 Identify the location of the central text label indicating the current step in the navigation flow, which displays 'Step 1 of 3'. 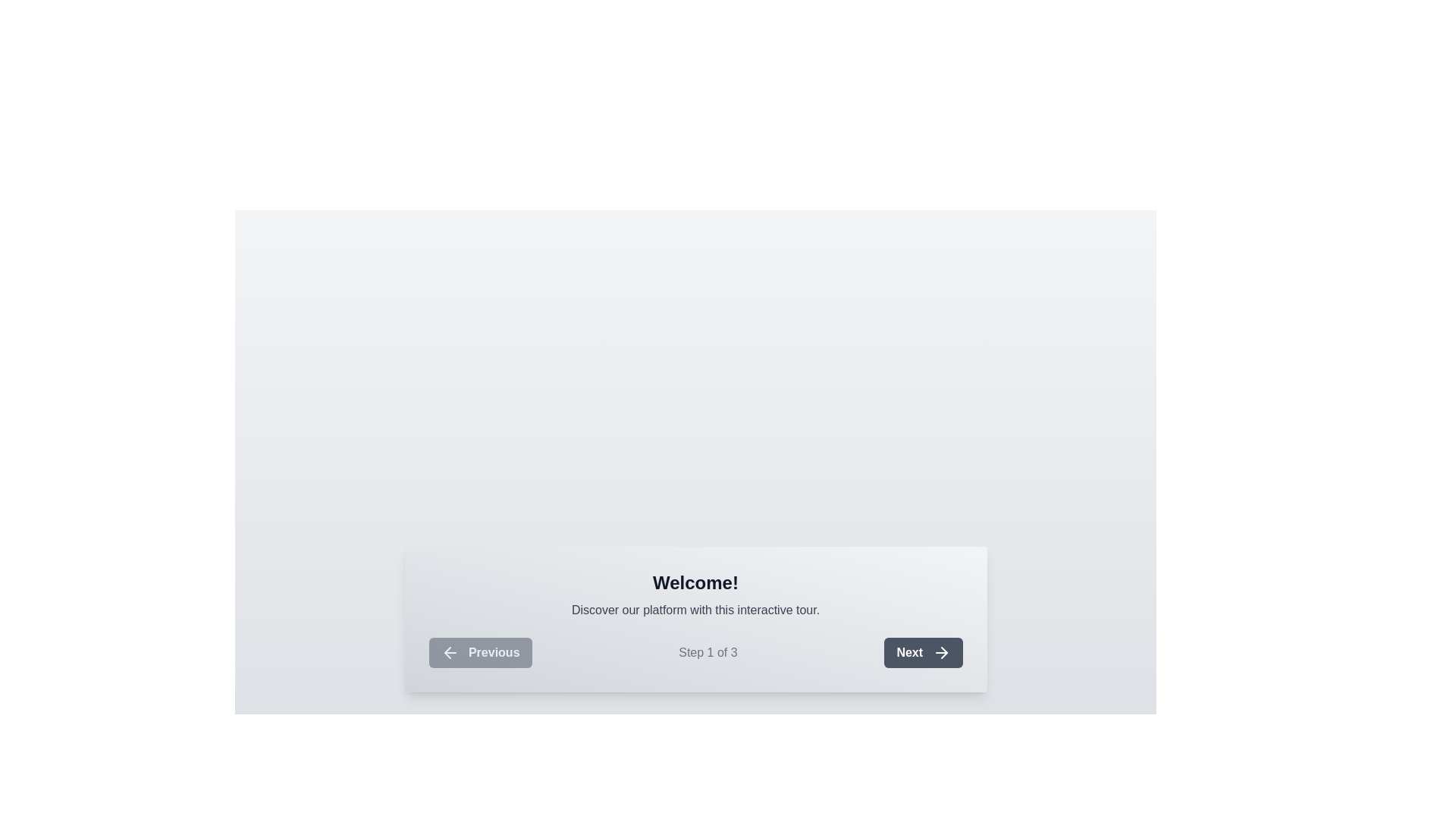
(695, 651).